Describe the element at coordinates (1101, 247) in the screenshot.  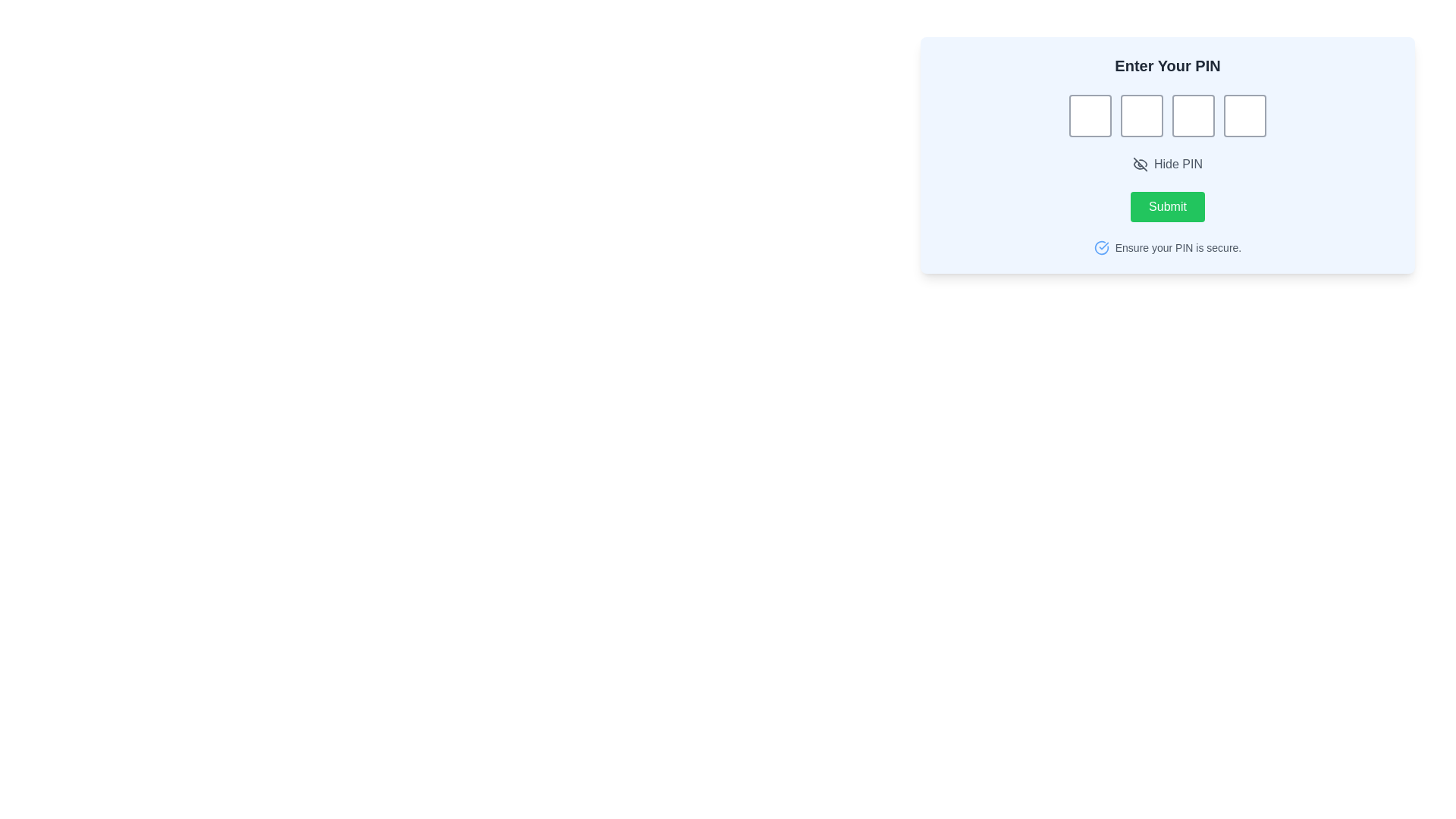
I see `the Decorative Icon, which is a circular icon outlined in blue with a white checkmark inside, located to the left of the text 'Ensure your PIN is secure.'` at that location.